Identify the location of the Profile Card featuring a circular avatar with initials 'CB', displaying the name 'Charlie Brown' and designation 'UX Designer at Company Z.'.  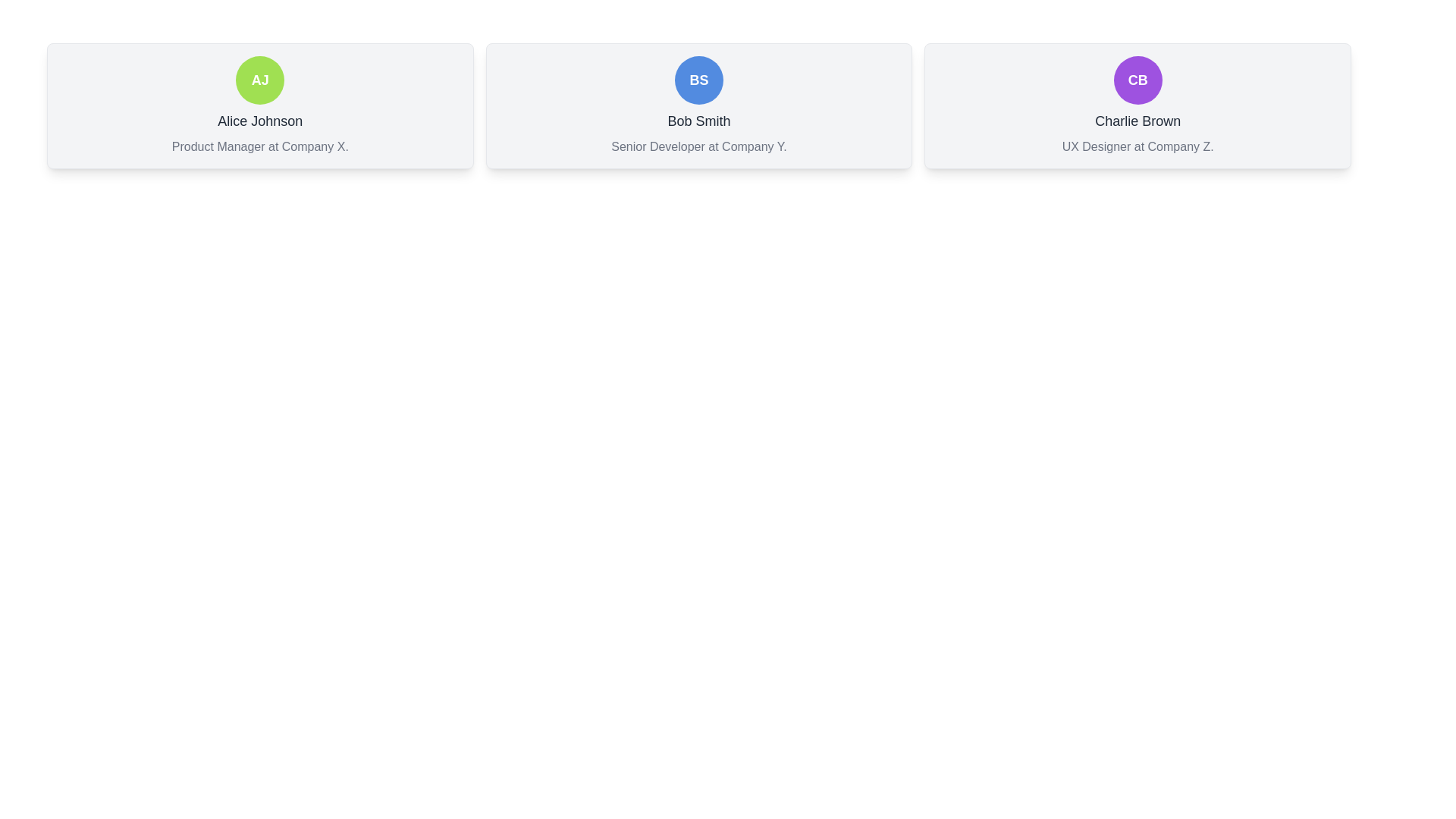
(1137, 105).